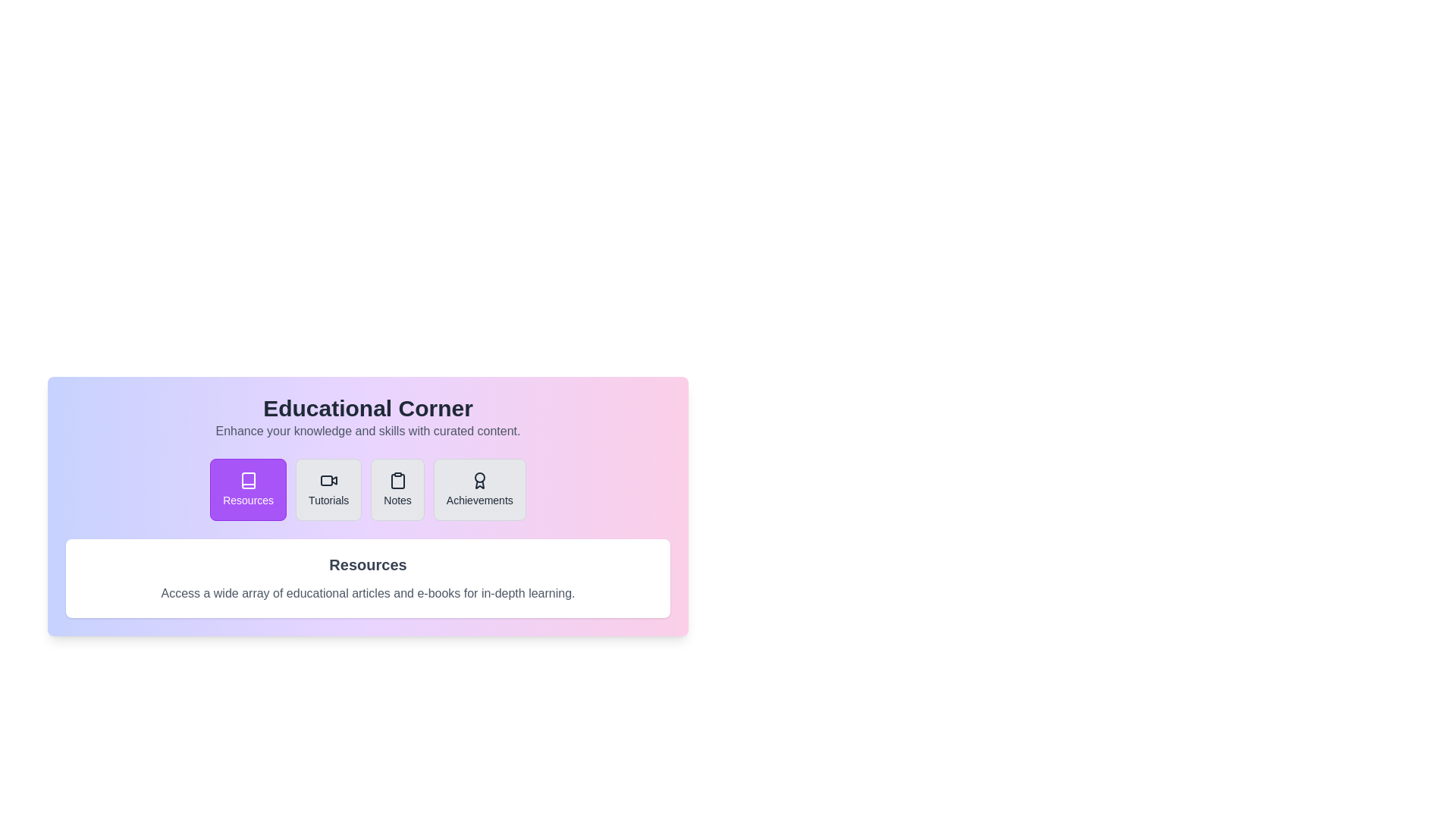  I want to click on the Achievements tab to view its educational content, so click(479, 489).